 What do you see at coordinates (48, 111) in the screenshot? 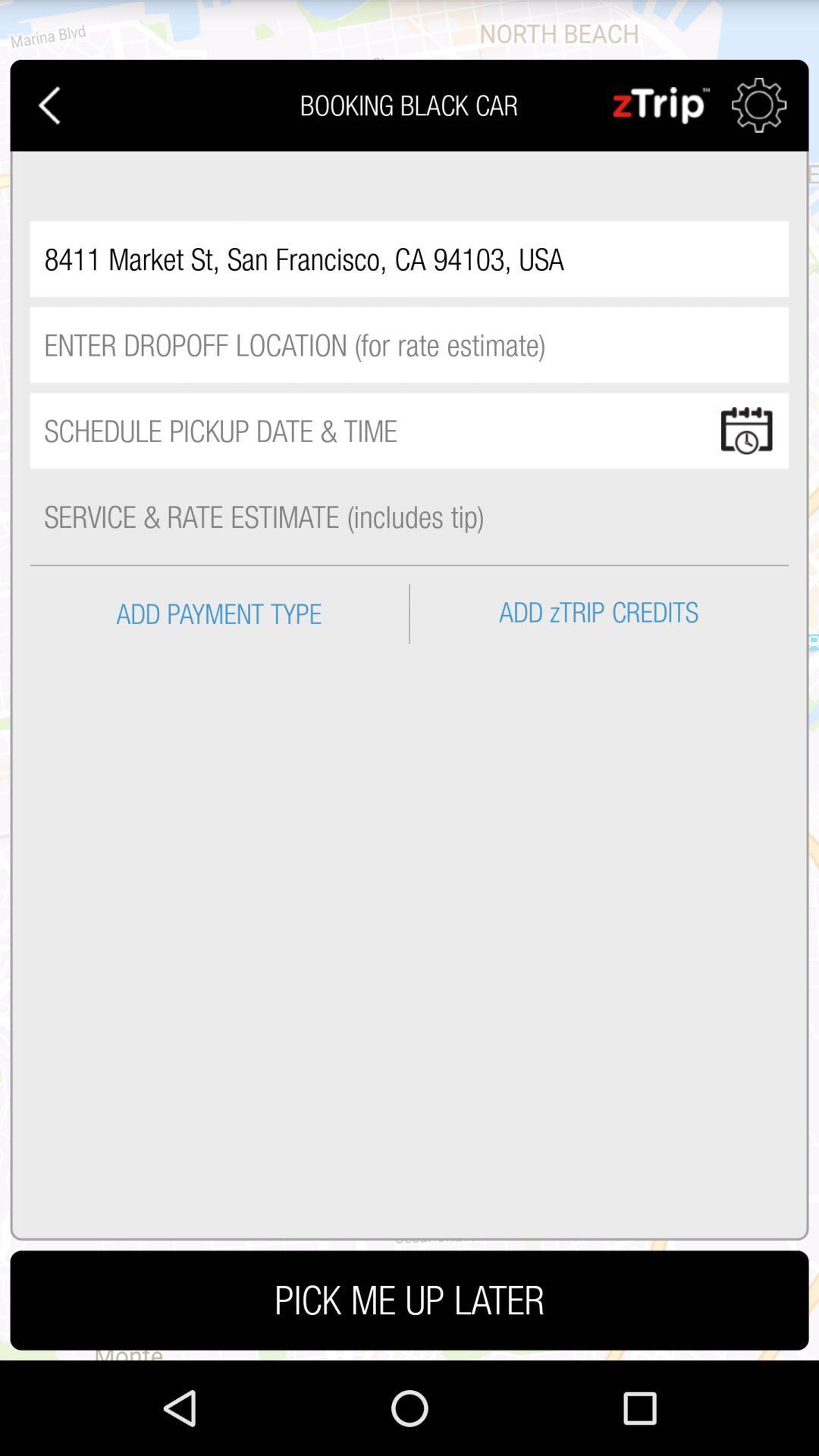
I see `the arrow_backward icon` at bounding box center [48, 111].